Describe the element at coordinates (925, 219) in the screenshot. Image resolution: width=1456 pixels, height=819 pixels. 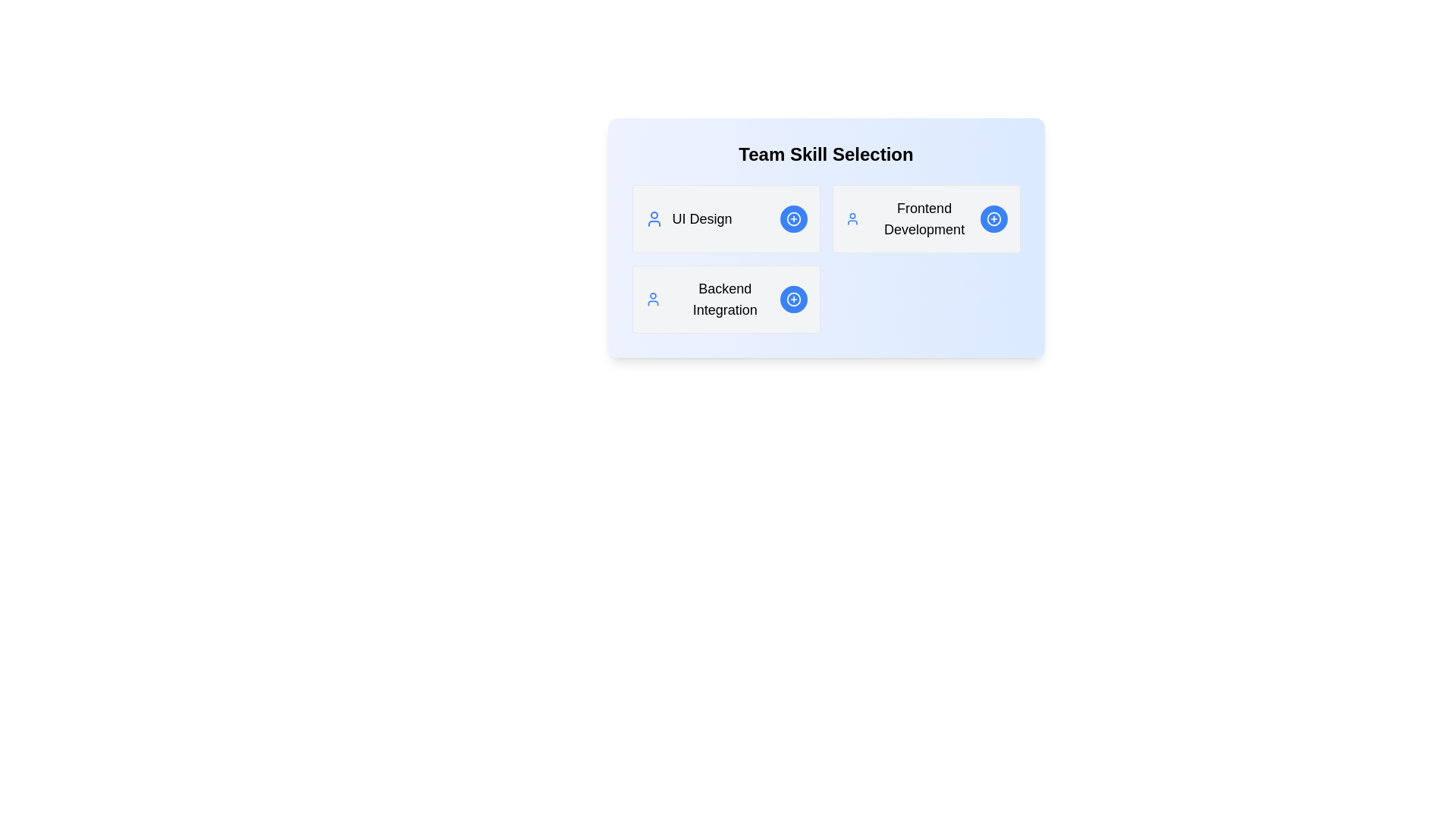
I see `the skill card labeled Frontend Development` at that location.